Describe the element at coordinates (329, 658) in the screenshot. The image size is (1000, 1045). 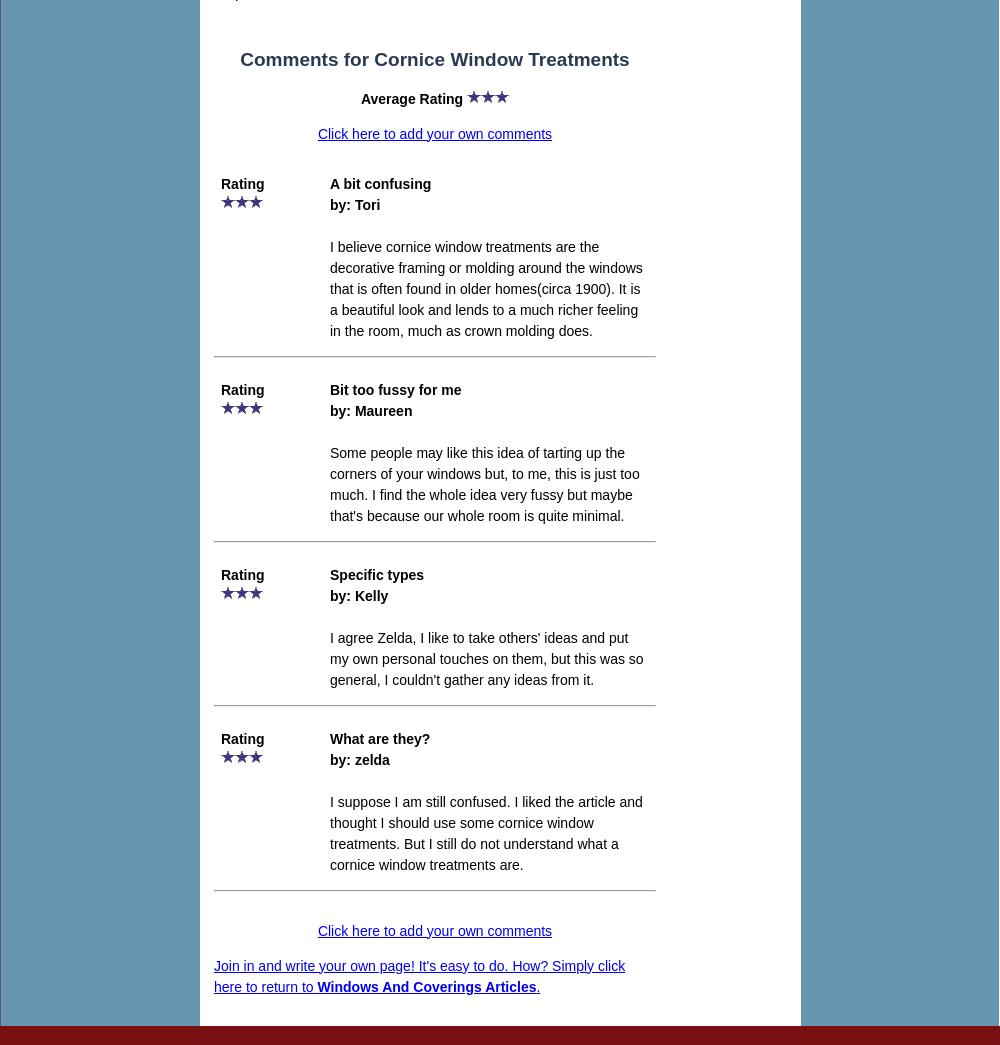
I see `'I agree Zelda, I like to take others' ideas and put my own personal touches on them, but this was so general, I couldn't gather any ideas from it.'` at that location.